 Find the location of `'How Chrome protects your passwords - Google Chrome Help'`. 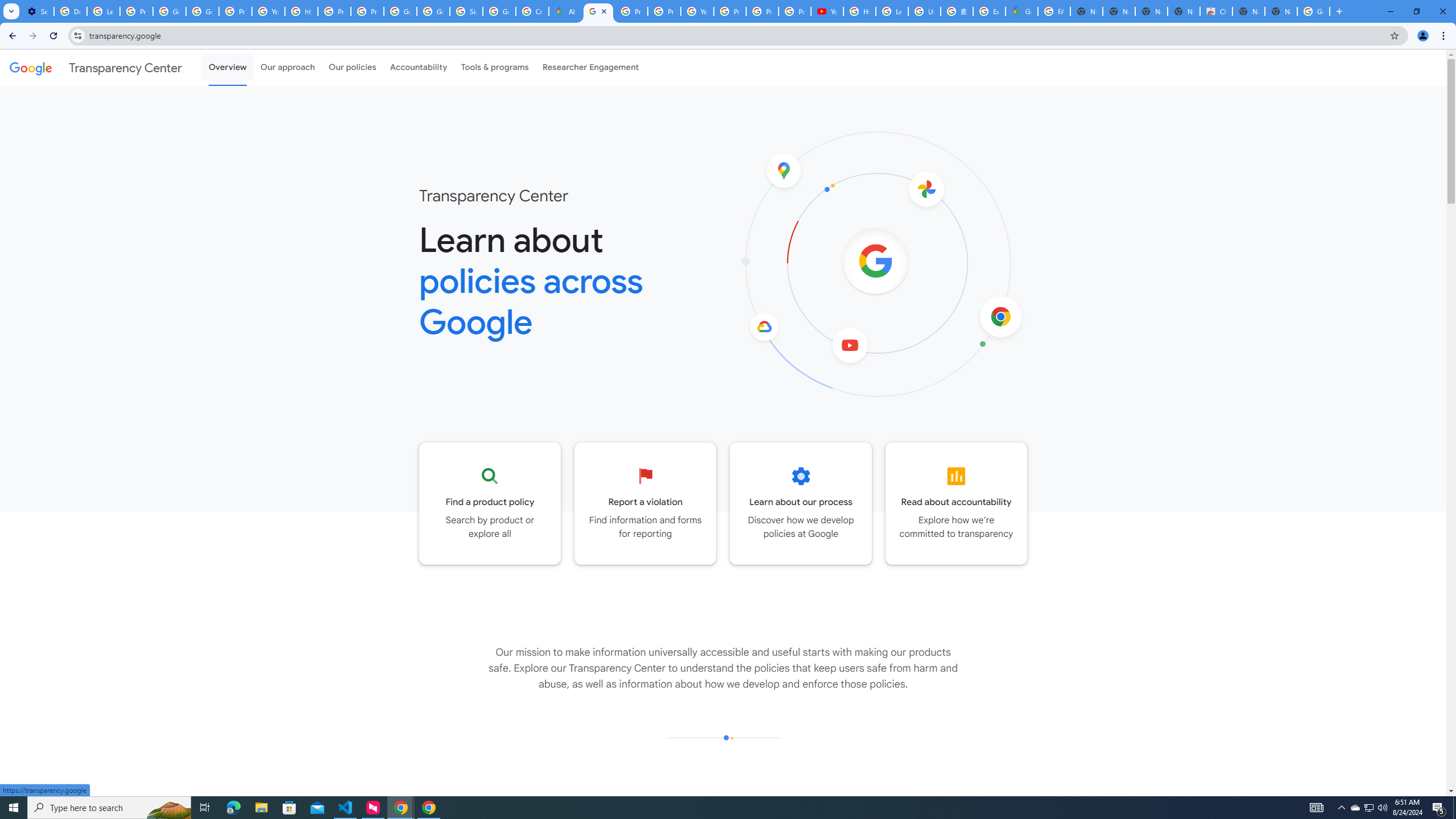

'How Chrome protects your passwords - Google Chrome Help' is located at coordinates (859, 11).